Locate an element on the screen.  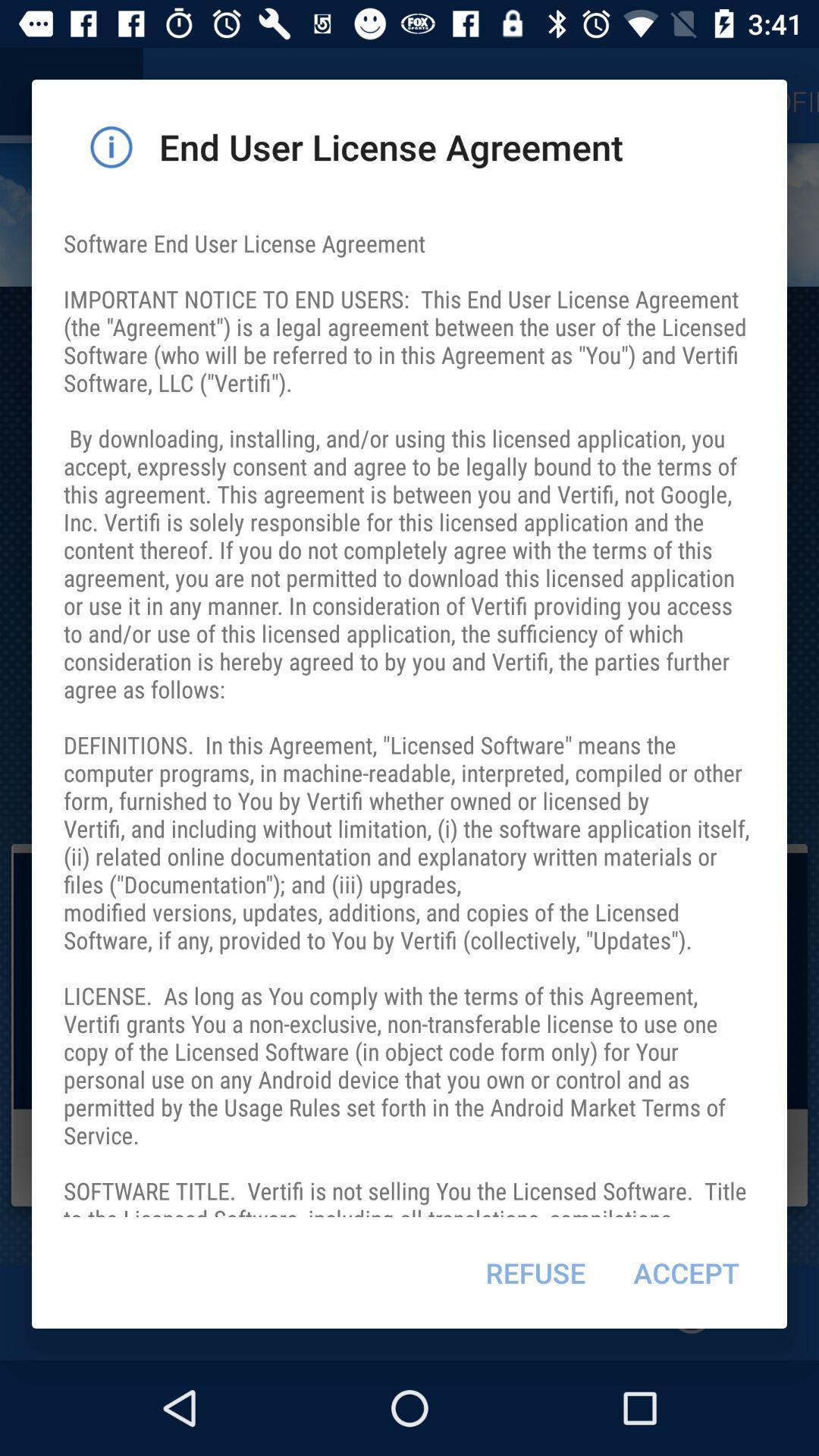
the accept icon is located at coordinates (686, 1272).